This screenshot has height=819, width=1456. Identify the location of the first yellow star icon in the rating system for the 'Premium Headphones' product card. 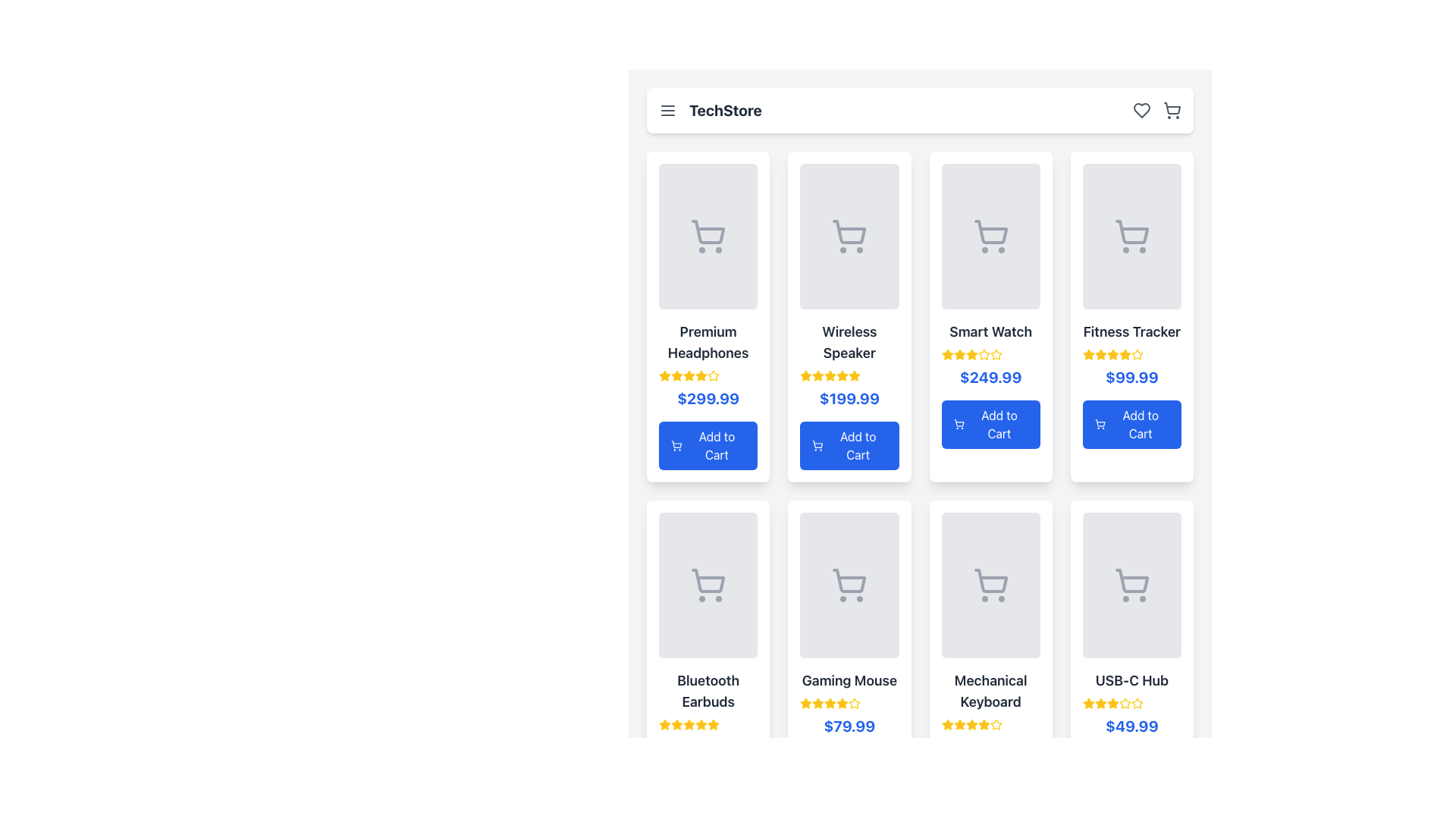
(665, 375).